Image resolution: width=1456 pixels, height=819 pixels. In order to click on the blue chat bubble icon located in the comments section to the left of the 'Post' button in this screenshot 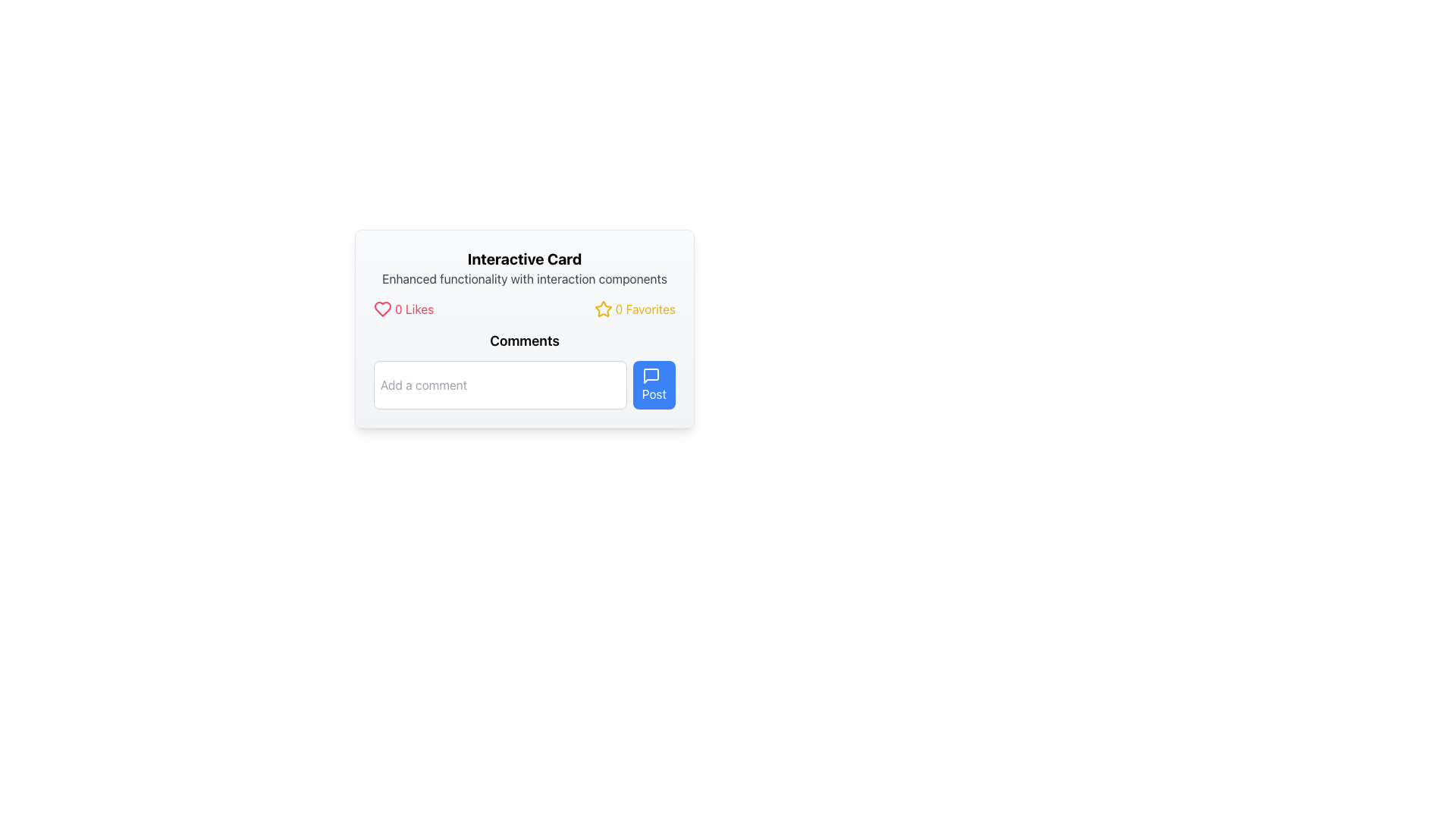, I will do `click(651, 375)`.